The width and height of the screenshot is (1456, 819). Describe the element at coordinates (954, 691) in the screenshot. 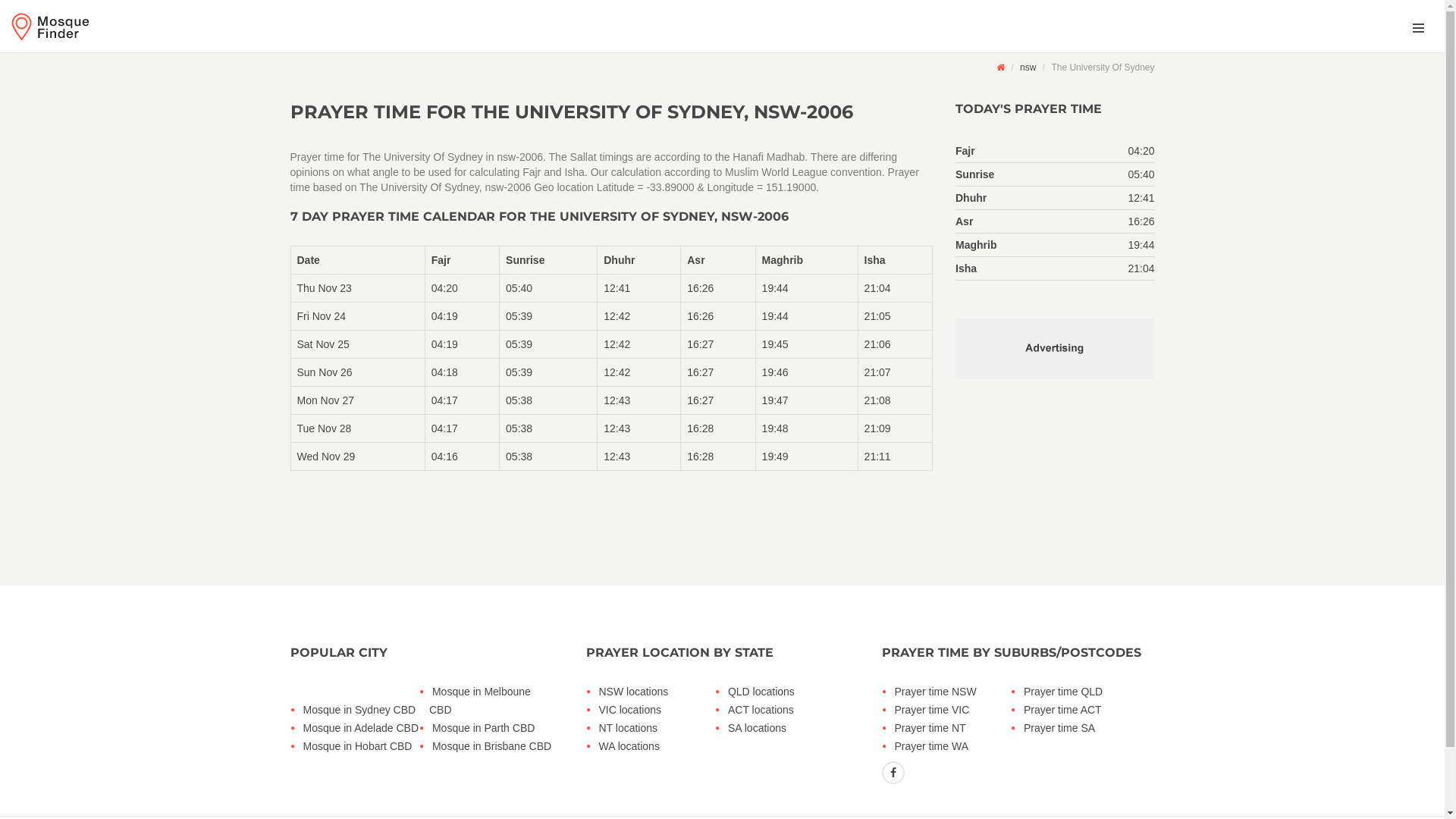

I see `'Prayer time NSW'` at that location.